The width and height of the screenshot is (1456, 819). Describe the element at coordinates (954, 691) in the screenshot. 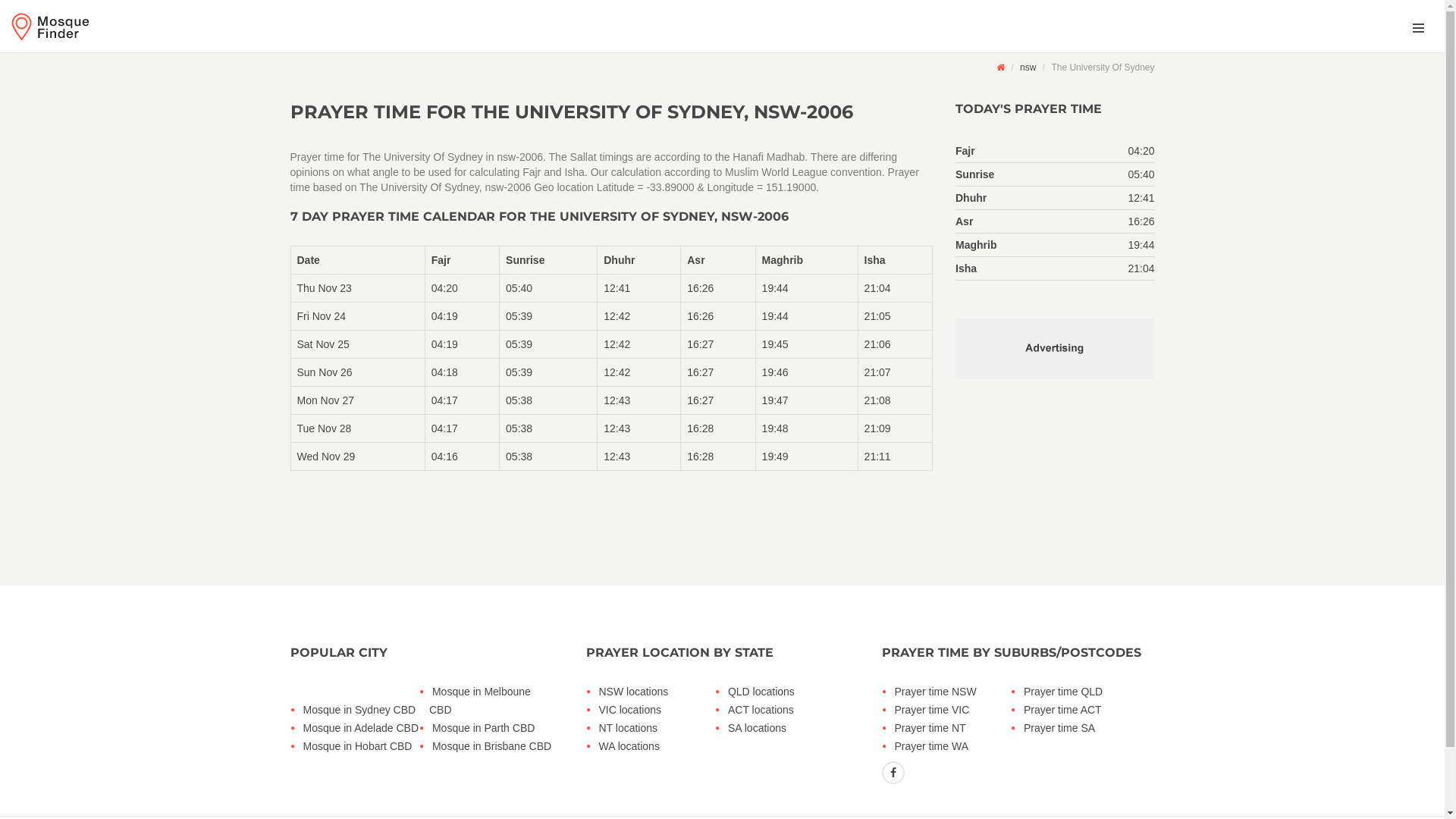

I see `'Prayer time NSW'` at that location.